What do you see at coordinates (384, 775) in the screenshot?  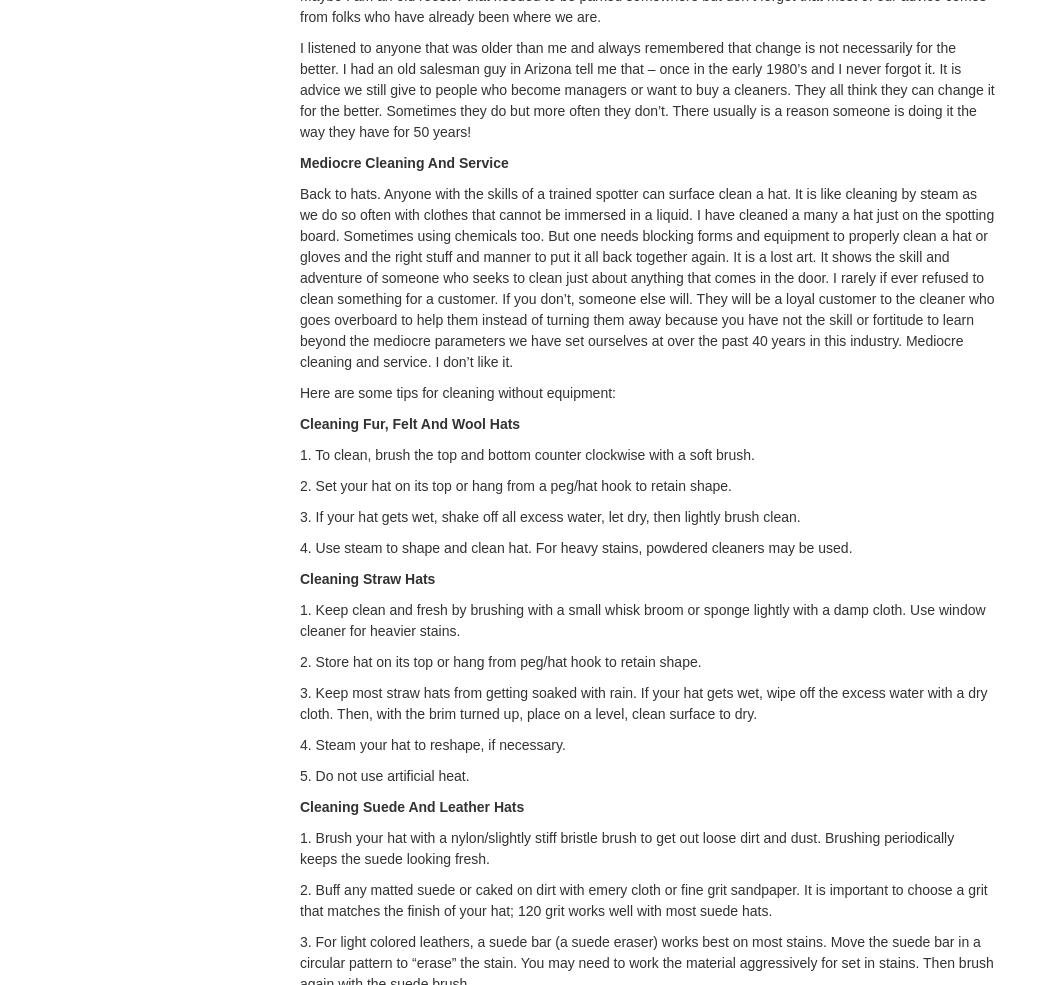 I see `'5. Do not use artificial heat.'` at bounding box center [384, 775].